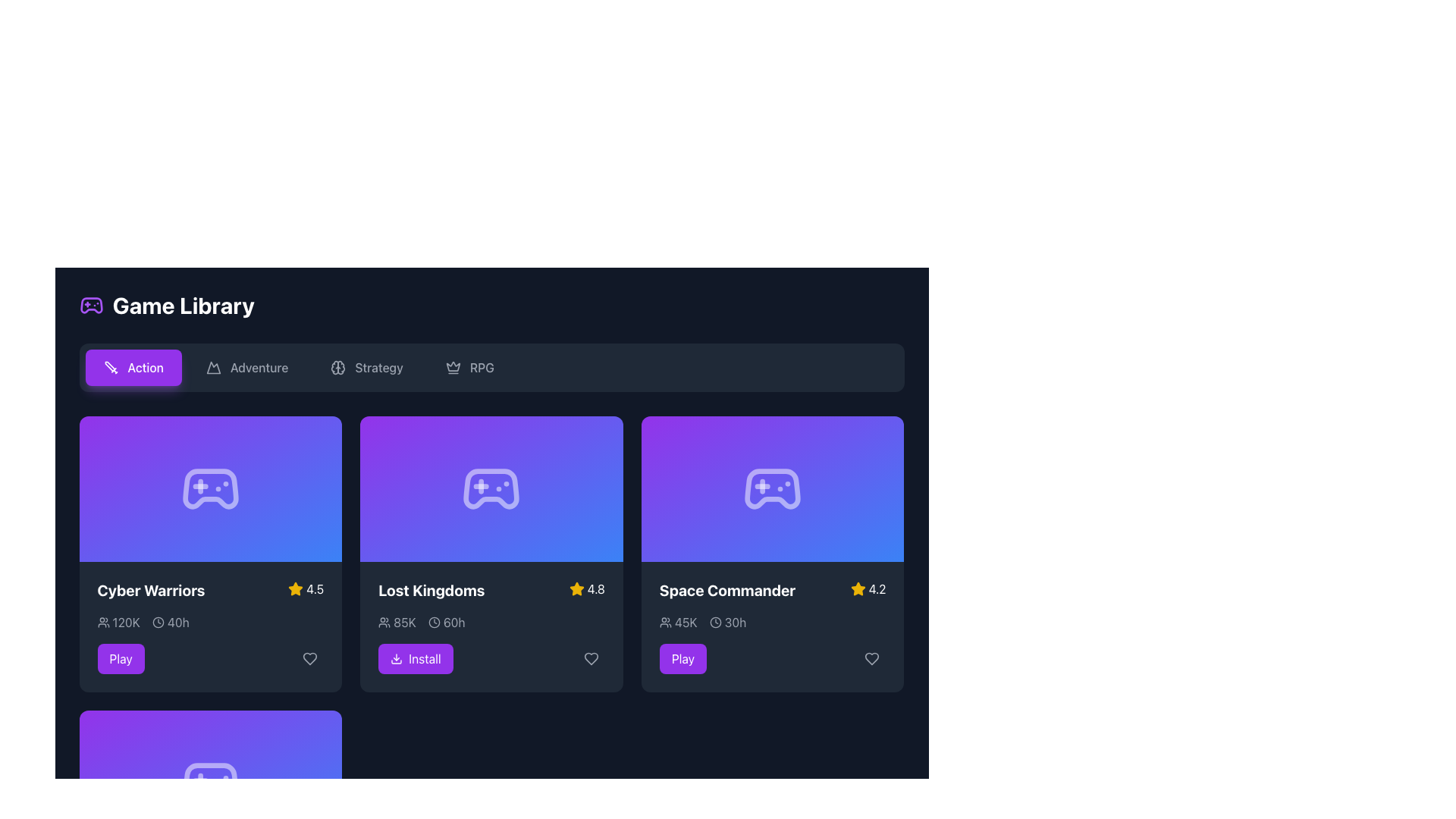 This screenshot has height=819, width=1456. I want to click on the 'Adventure' filter button, which is the second option in the row of category selectors located between the 'Action' and 'Strategy' buttons, to apply the filter, so click(247, 368).